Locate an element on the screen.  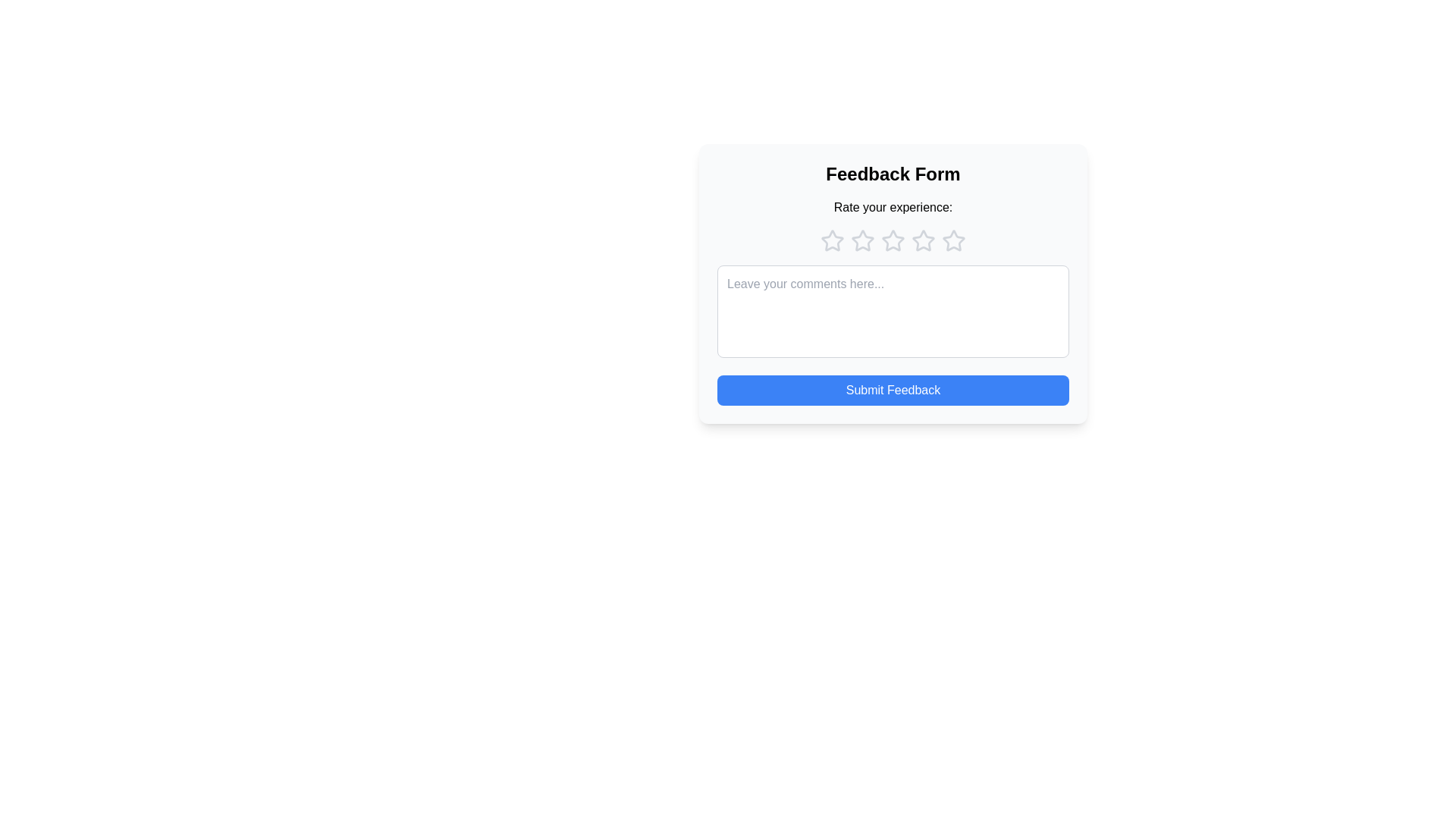
the first star icon in the five-star rating options is located at coordinates (832, 240).